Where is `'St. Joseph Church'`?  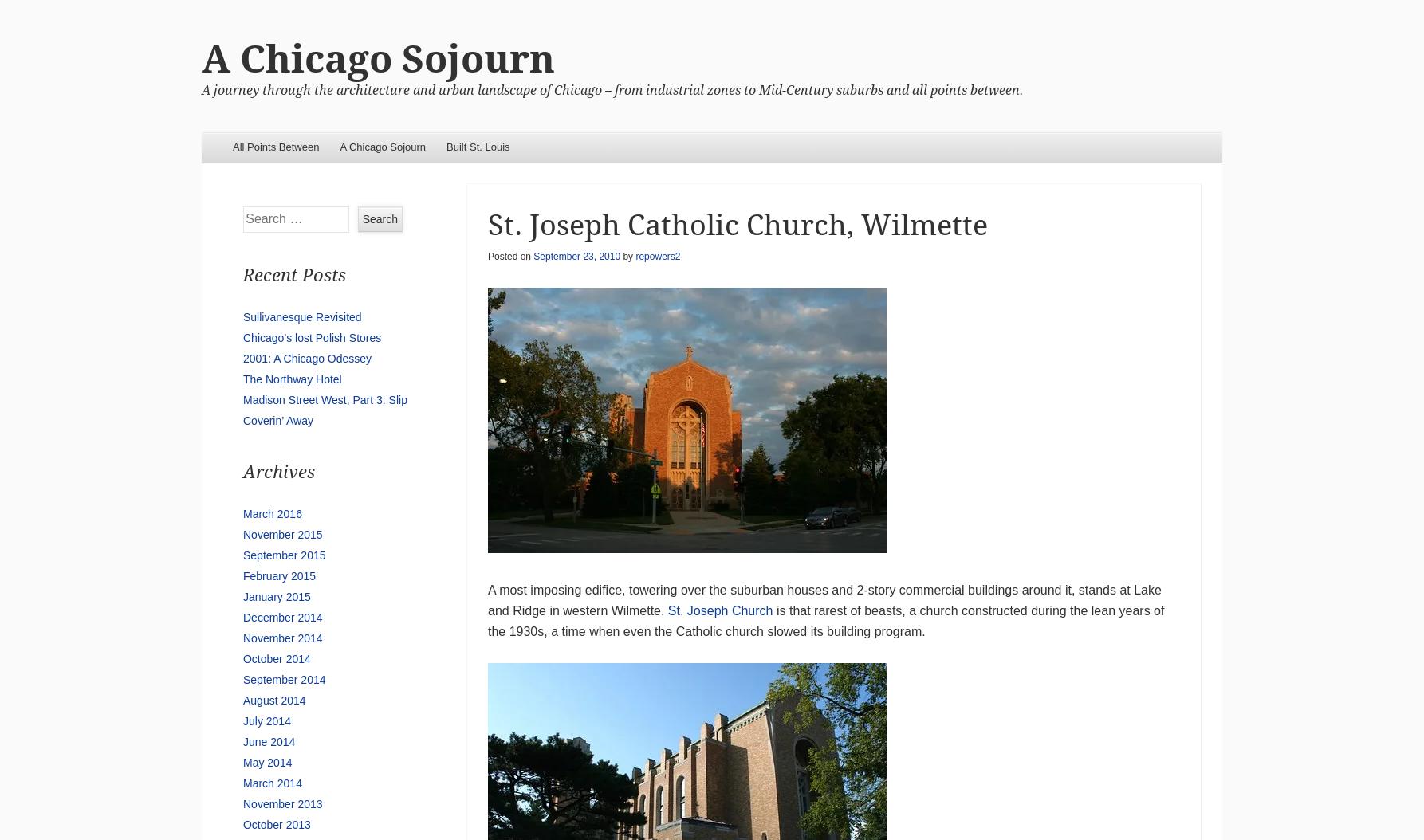
'St. Joseph Church' is located at coordinates (720, 610).